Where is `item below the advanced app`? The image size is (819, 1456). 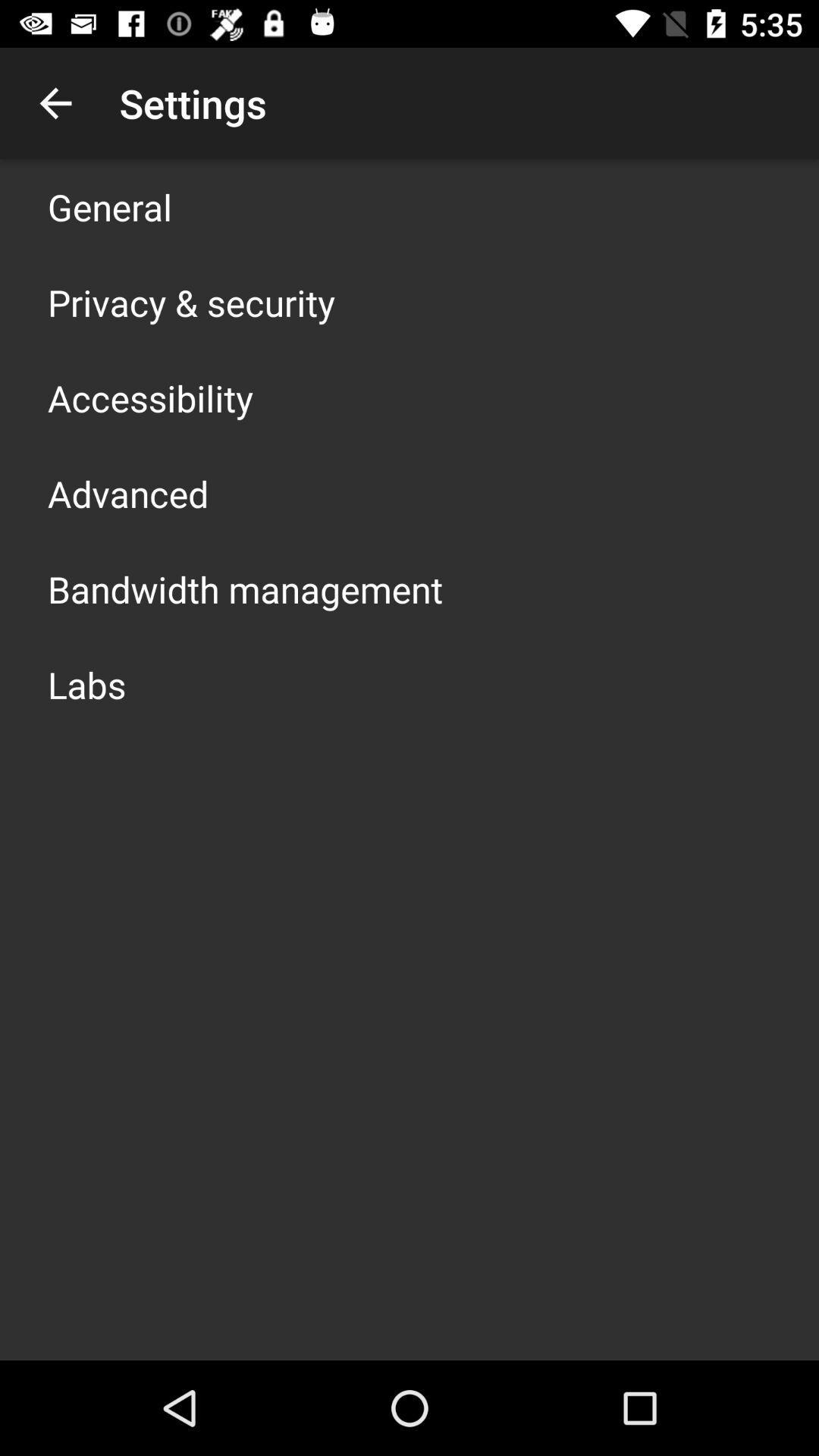
item below the advanced app is located at coordinates (244, 588).